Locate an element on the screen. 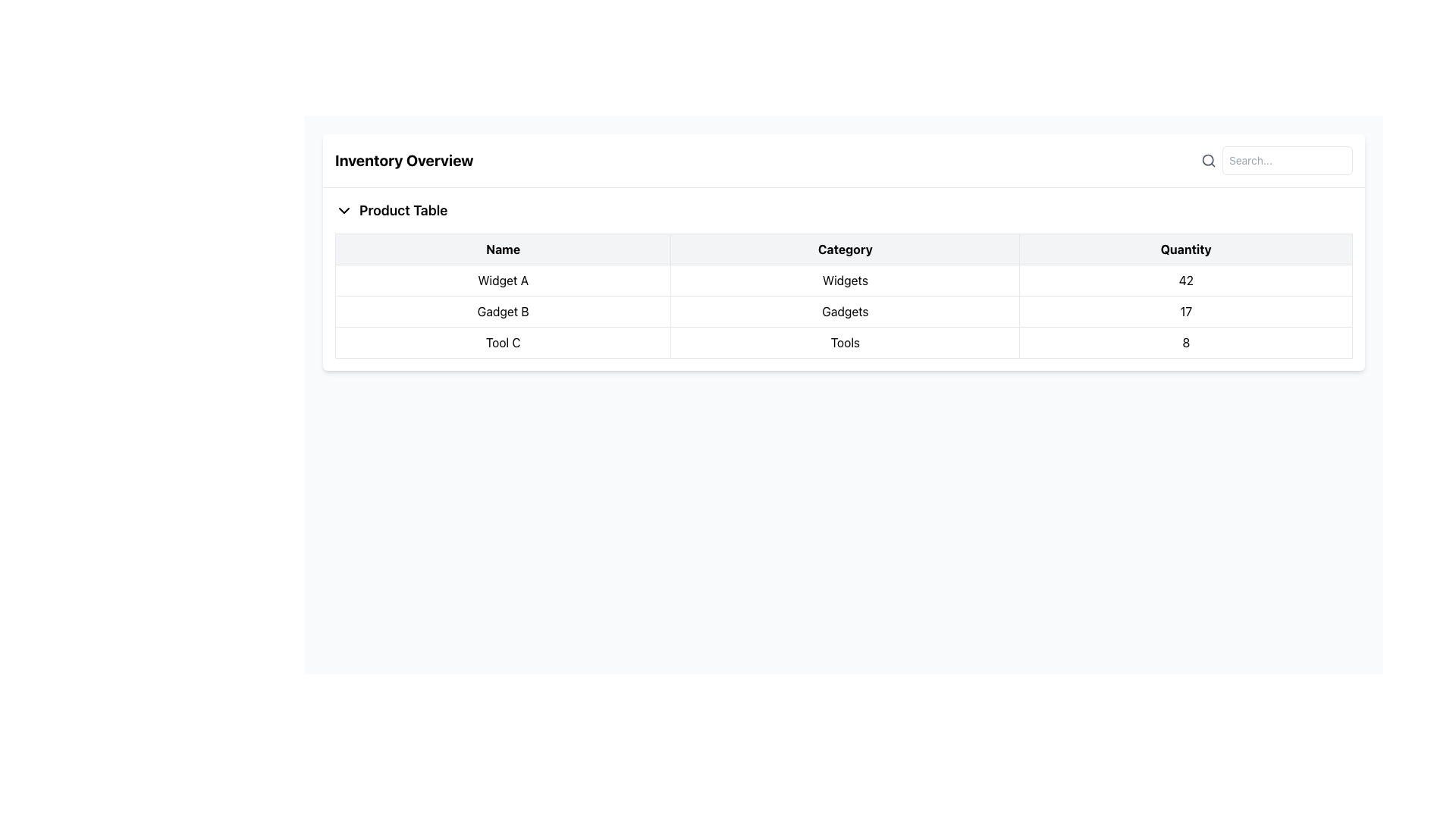 This screenshot has height=819, width=1456. the first row of the product table is located at coordinates (843, 281).